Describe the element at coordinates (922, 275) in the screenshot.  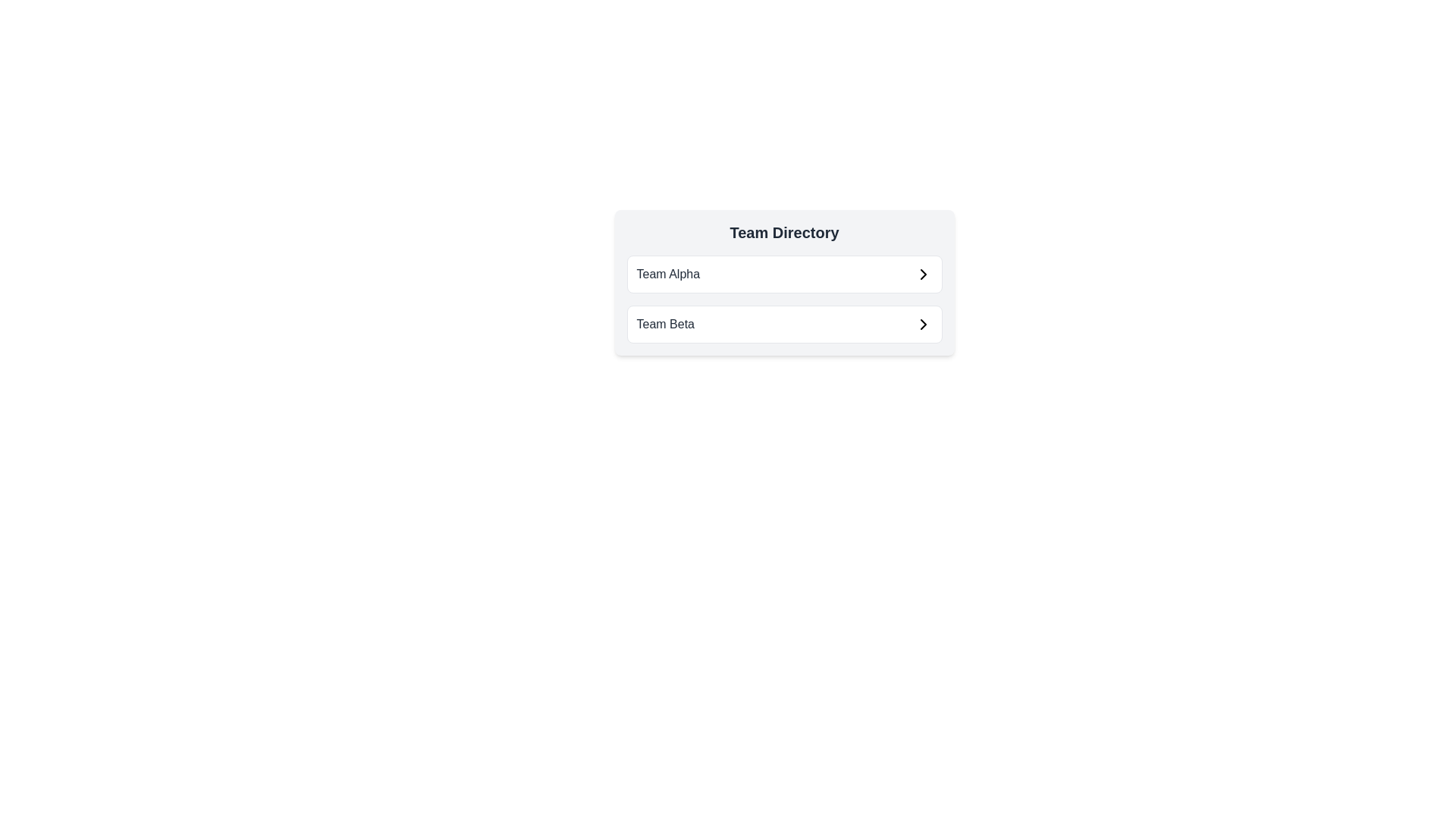
I see `the right-arrow navigation icon for 'Team Alpha'` at that location.